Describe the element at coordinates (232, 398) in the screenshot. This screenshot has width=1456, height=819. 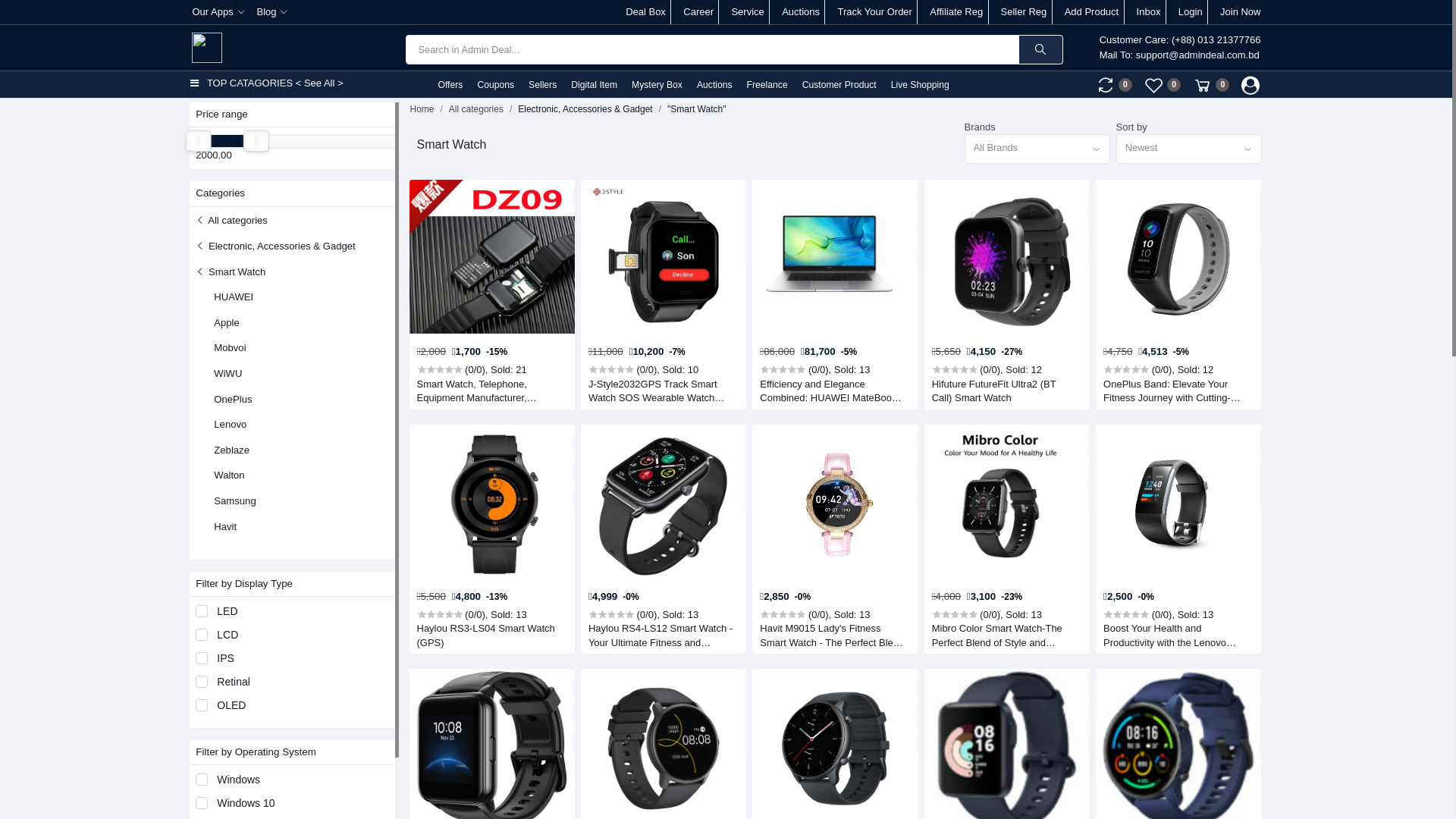
I see `'OnePlus'` at that location.